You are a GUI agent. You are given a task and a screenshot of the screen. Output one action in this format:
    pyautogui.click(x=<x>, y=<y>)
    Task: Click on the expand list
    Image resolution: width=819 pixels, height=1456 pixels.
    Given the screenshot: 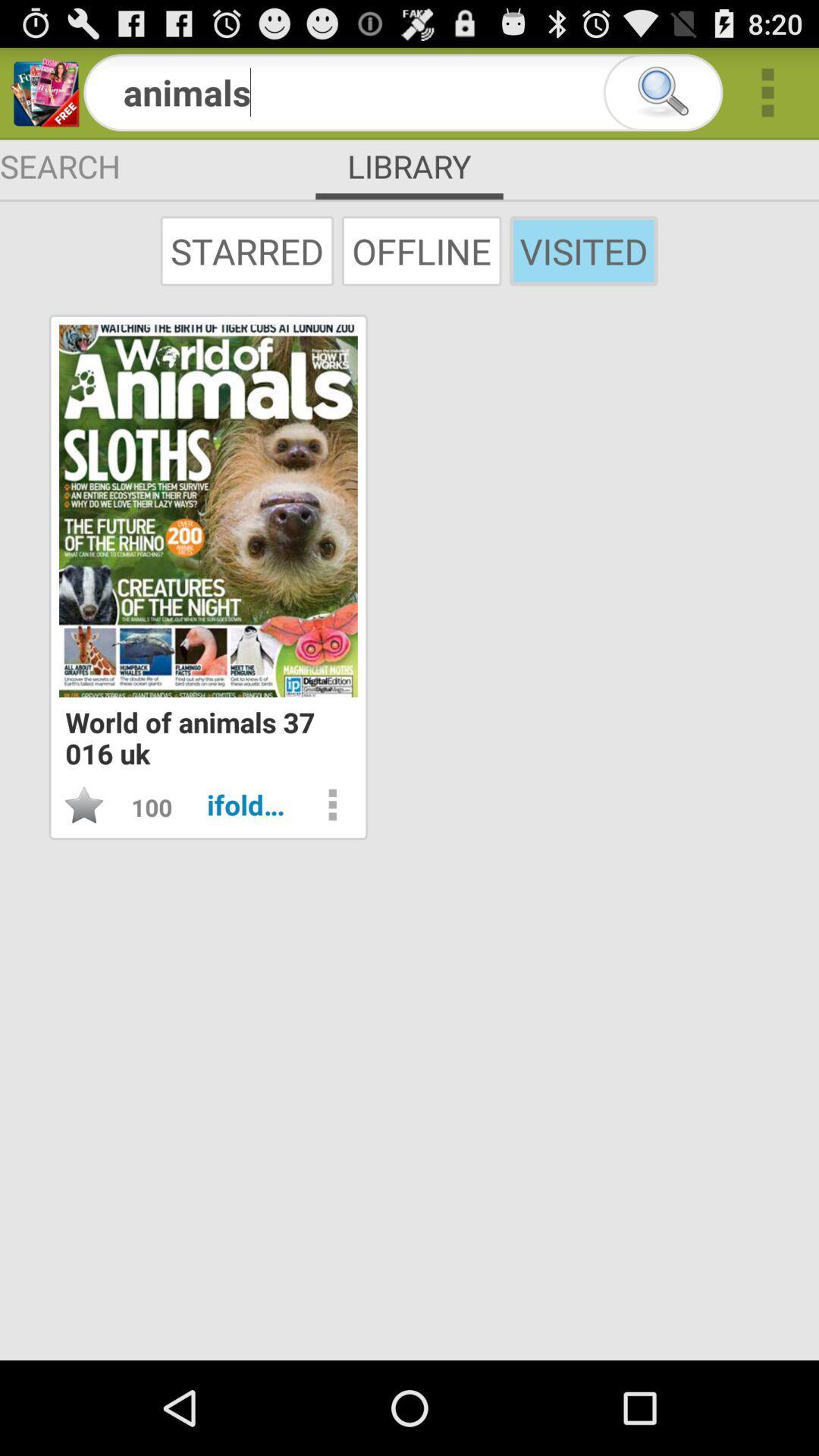 What is the action you would take?
    pyautogui.click(x=767, y=92)
    